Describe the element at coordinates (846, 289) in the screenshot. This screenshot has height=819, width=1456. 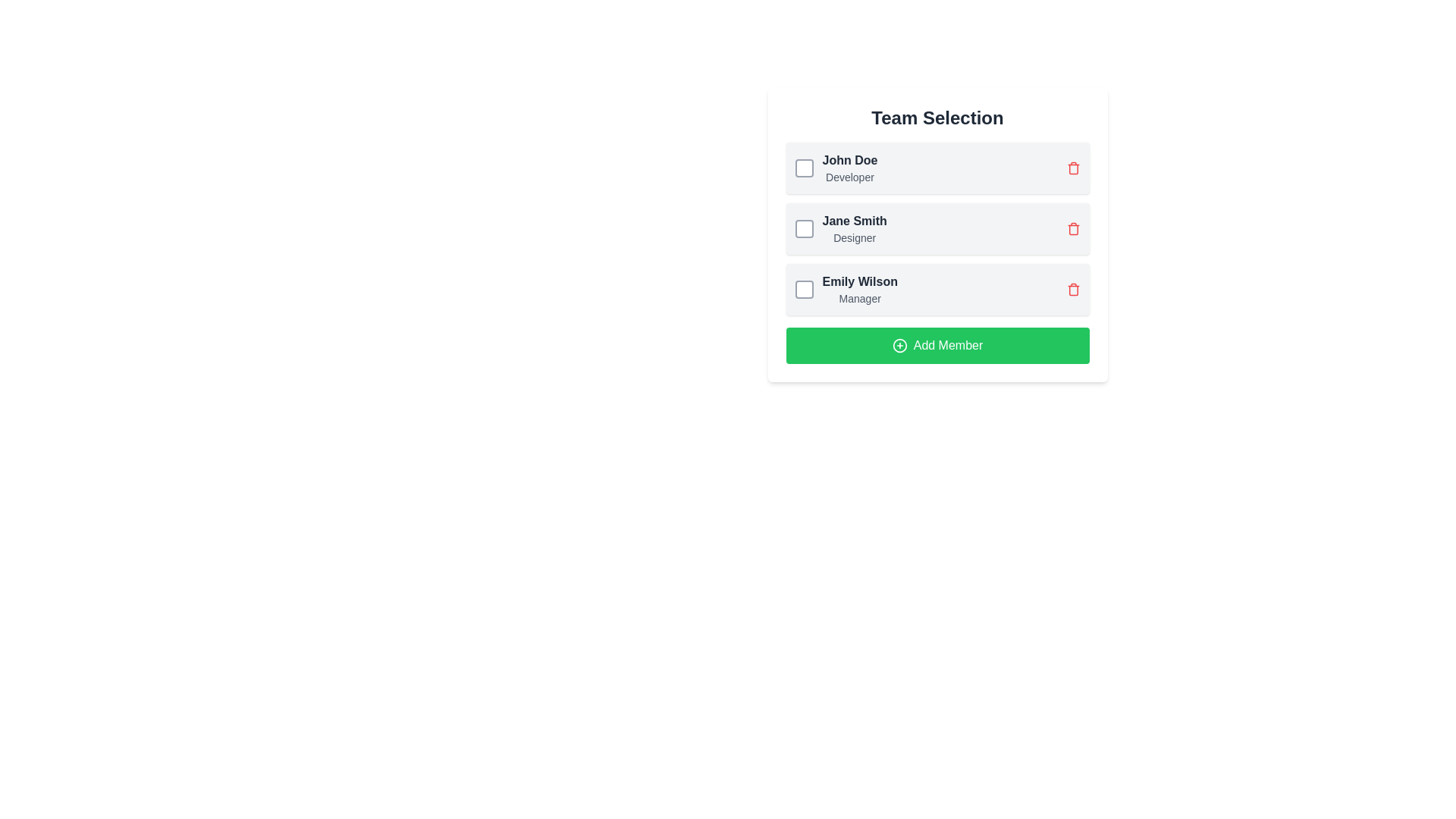
I see `the text component displaying 'Emily Wilson' with the title 'Manager' below it, which is the third item in the 'Team Selection' list` at that location.